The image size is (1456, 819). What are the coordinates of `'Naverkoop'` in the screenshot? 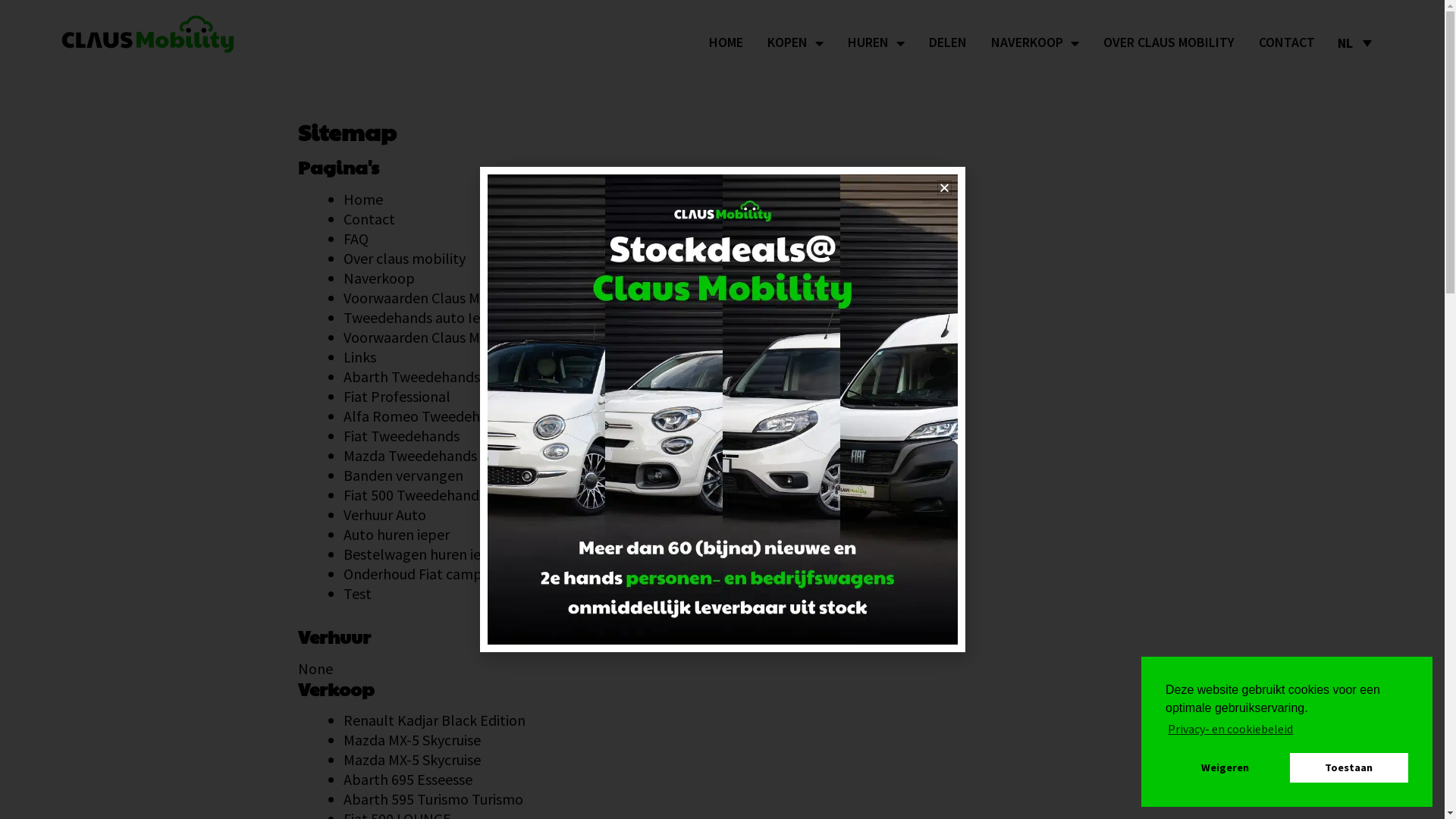 It's located at (378, 278).